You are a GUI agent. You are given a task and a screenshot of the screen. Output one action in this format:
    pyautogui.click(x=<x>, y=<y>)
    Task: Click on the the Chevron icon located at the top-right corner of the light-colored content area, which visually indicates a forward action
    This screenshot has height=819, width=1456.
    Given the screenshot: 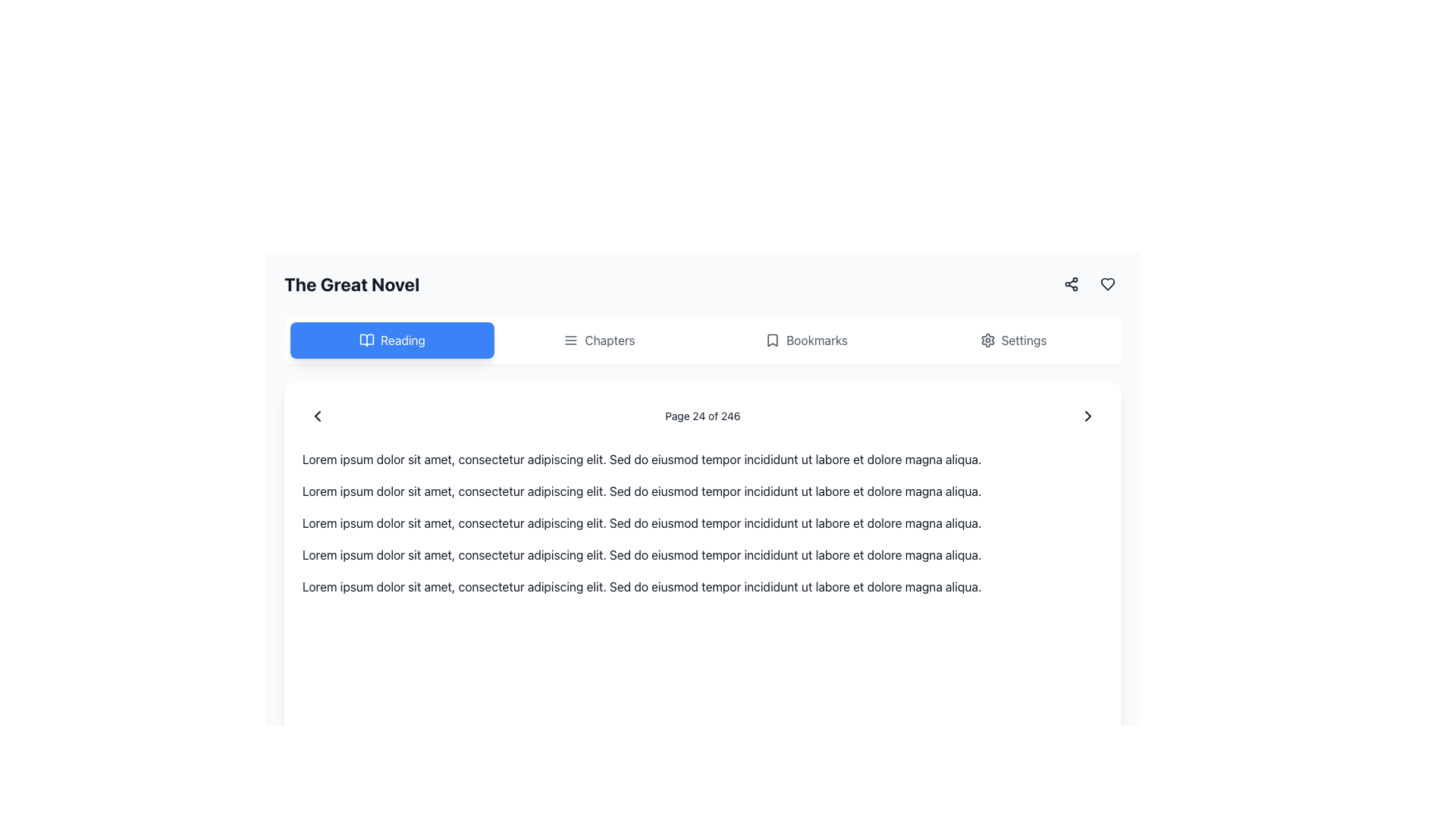 What is the action you would take?
    pyautogui.click(x=1087, y=416)
    